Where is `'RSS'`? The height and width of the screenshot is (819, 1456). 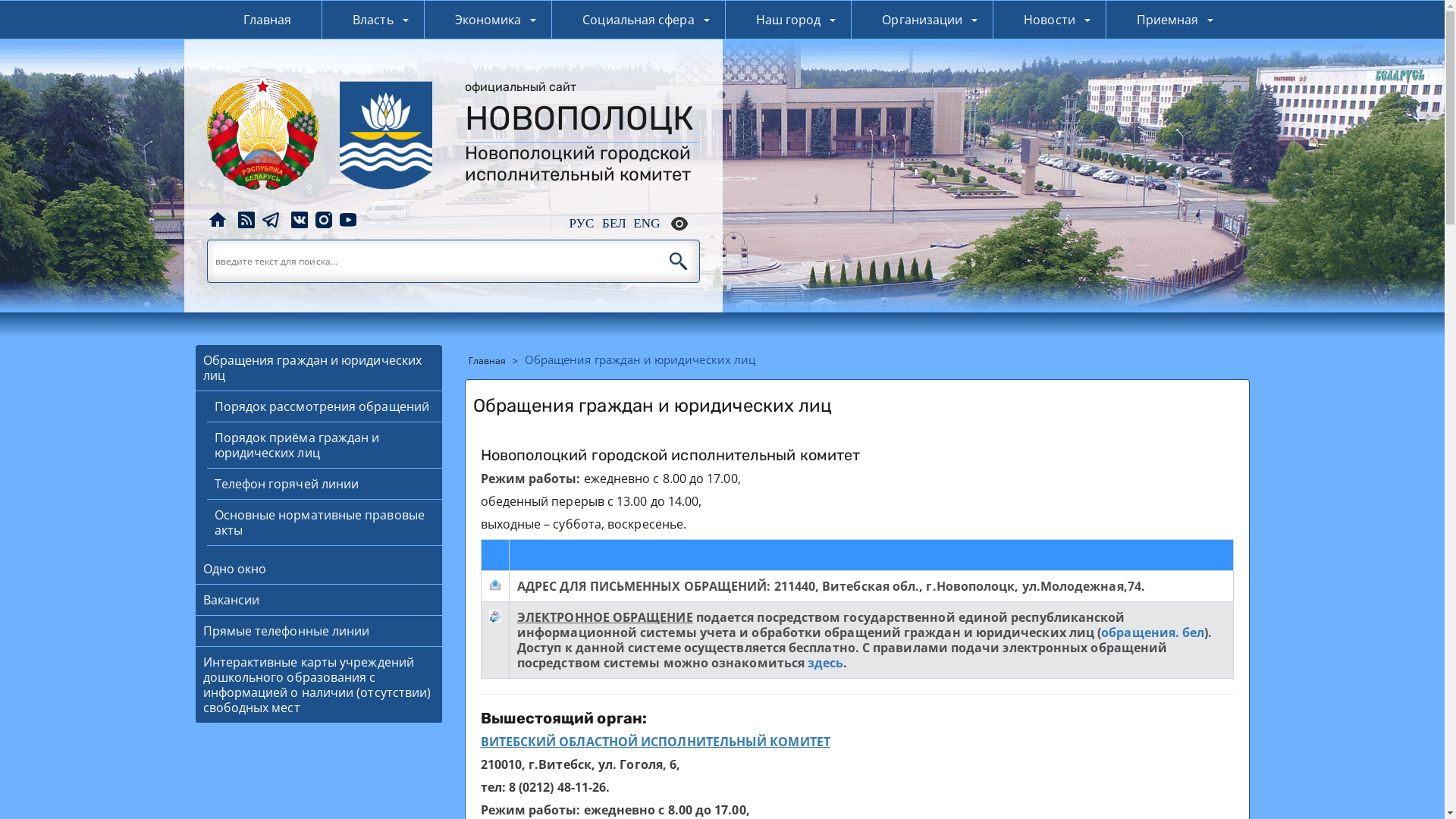 'RSS' is located at coordinates (234, 218).